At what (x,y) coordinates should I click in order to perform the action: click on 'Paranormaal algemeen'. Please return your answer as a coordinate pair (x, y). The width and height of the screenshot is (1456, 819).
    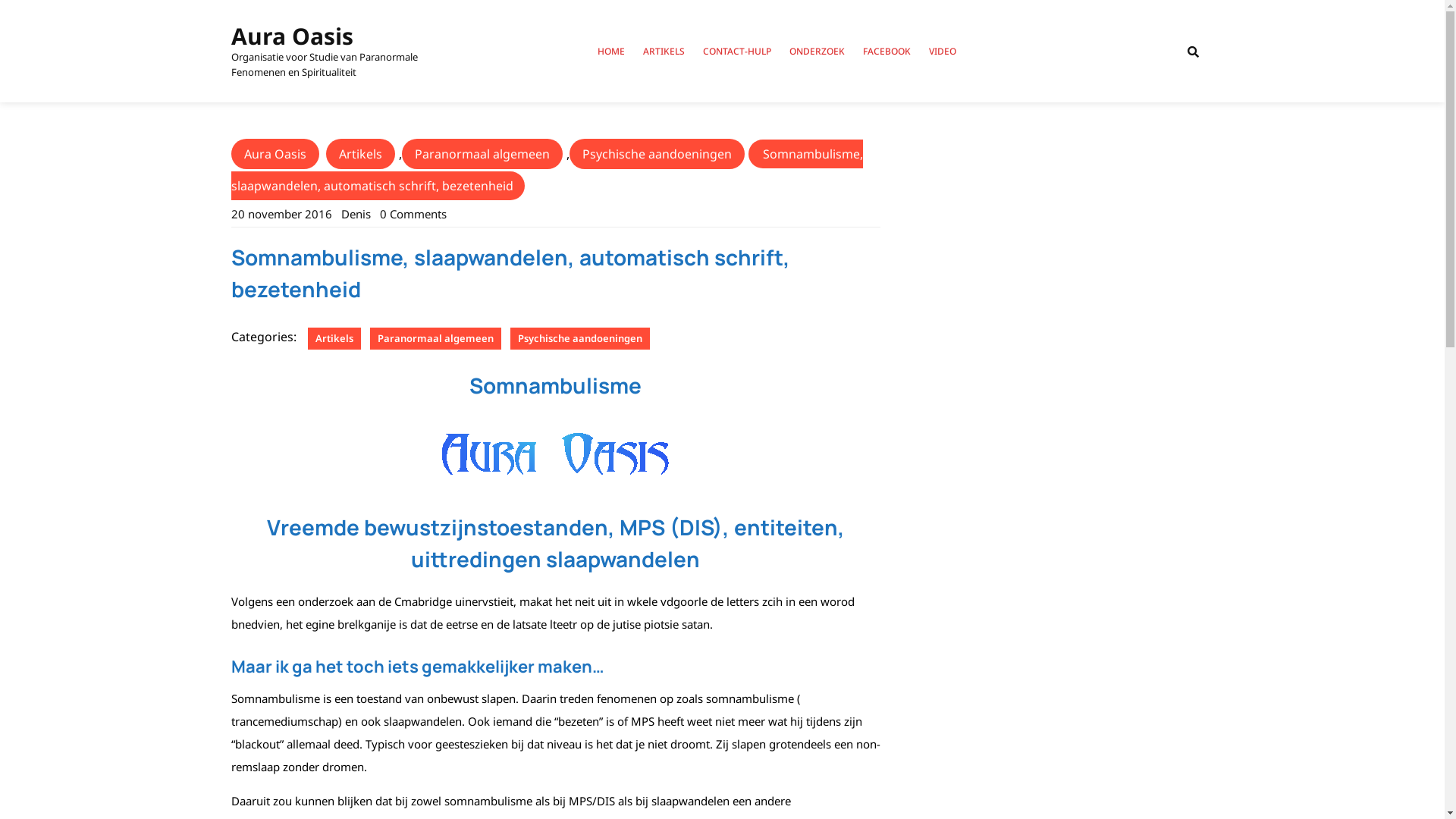
    Looking at the image, I should click on (370, 337).